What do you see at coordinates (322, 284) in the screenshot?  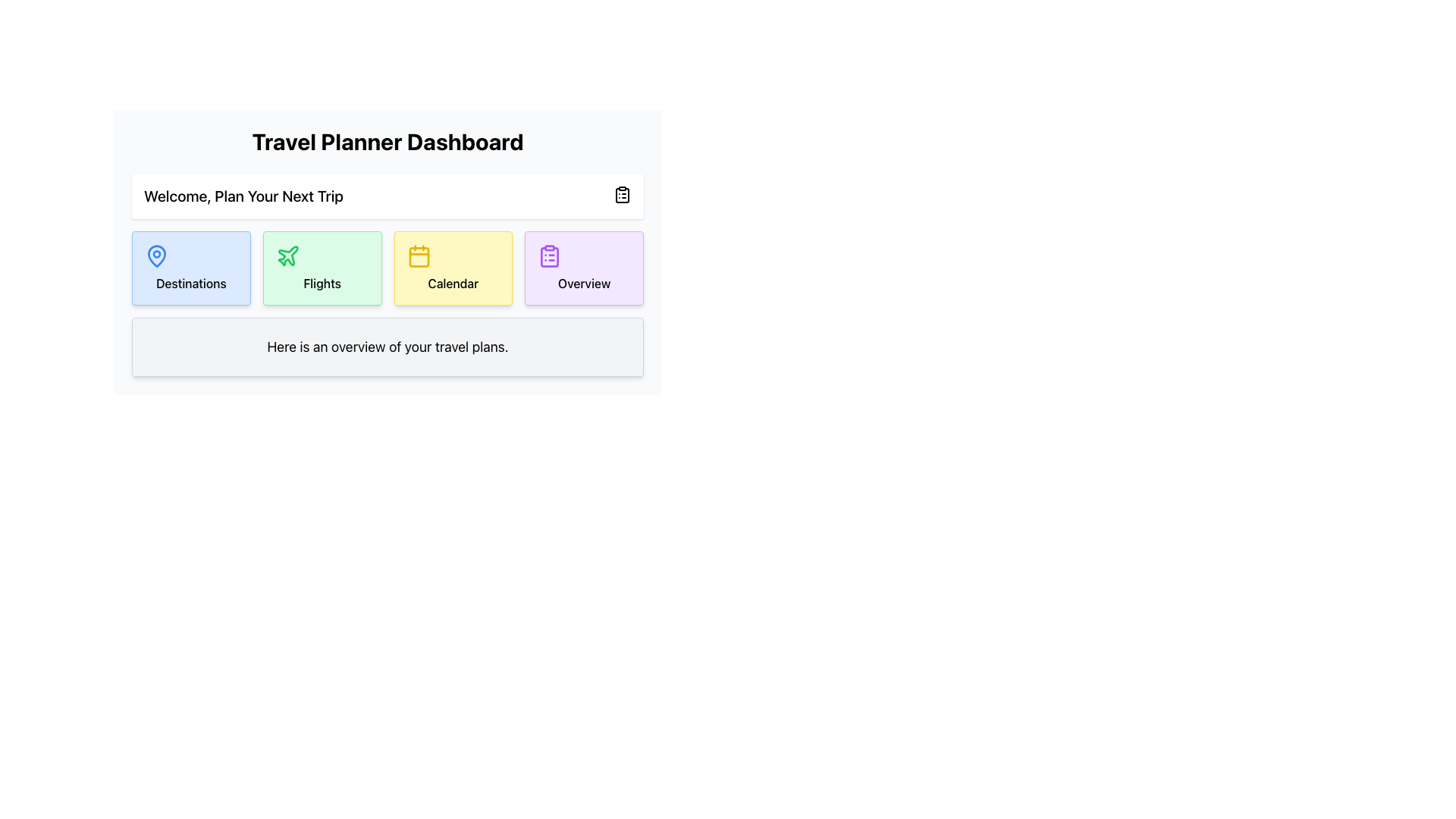 I see `the bolded text 'Flights' located in the mint-green card component, which is the second card from the left in a horizontal row of four cards` at bounding box center [322, 284].